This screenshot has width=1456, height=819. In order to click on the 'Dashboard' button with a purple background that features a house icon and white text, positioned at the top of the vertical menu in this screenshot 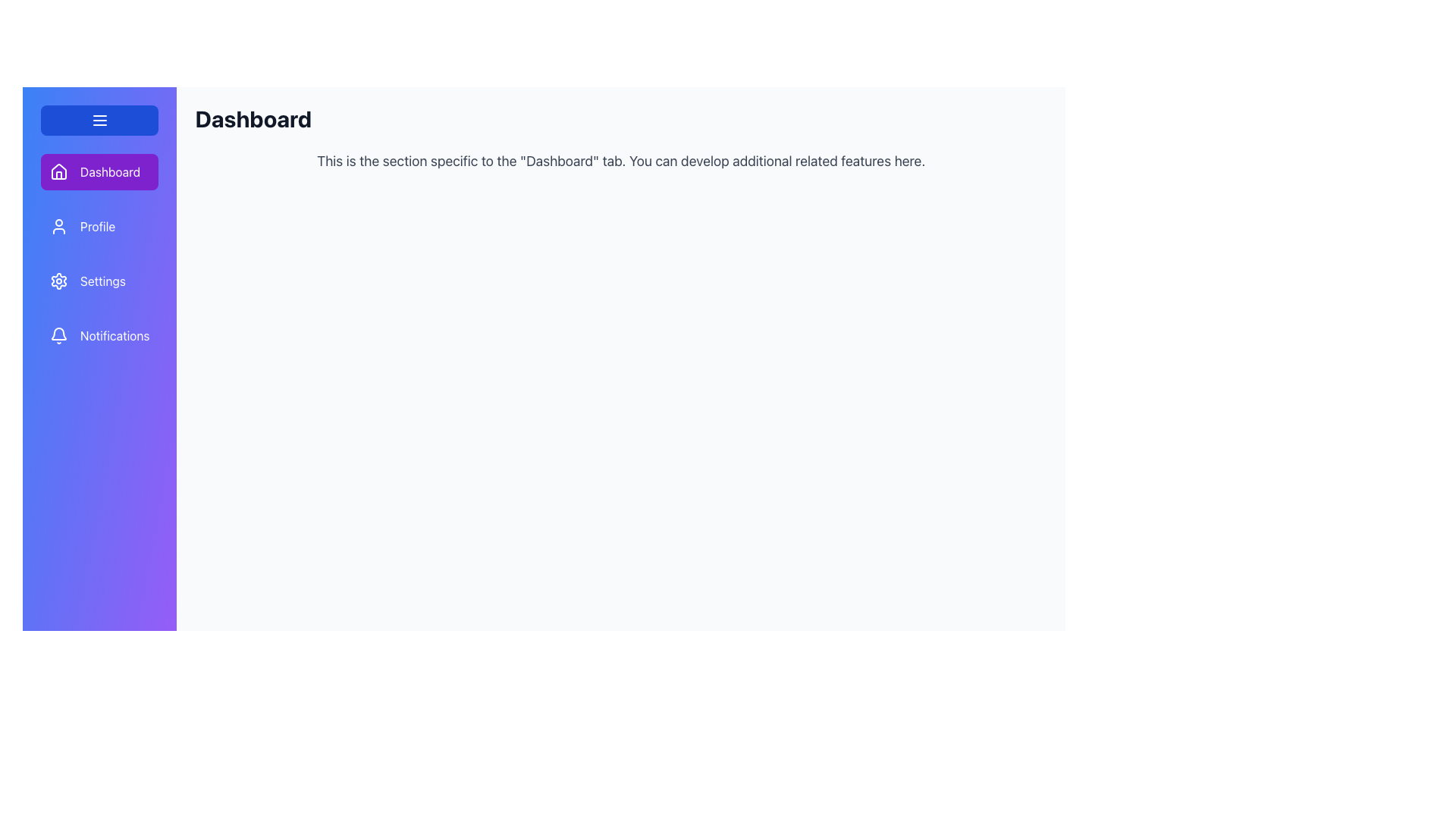, I will do `click(99, 171)`.